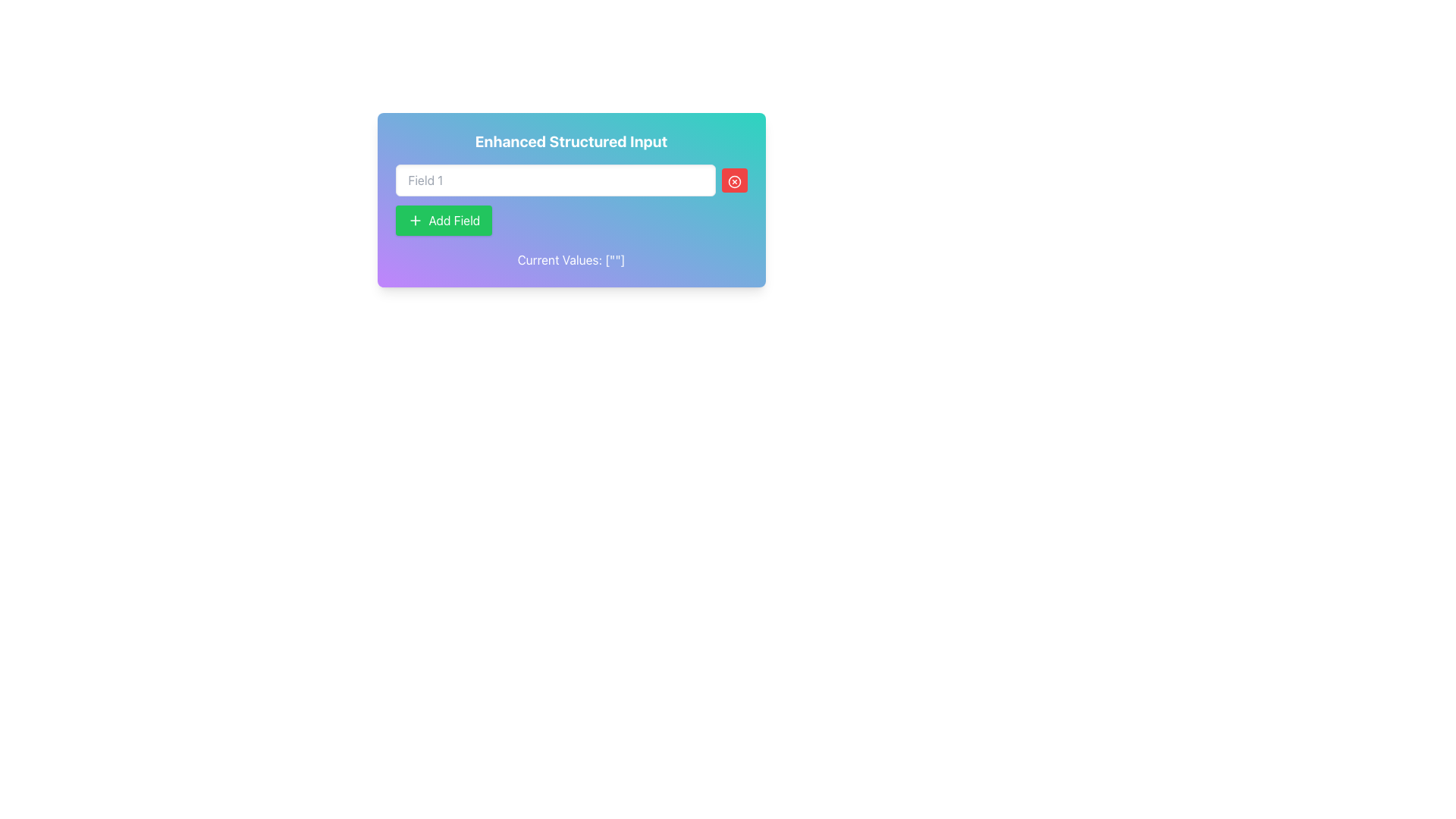  What do you see at coordinates (734, 180) in the screenshot?
I see `the decorative circular icon within the red box, which is part of the close or cancel button for clearing the text input field` at bounding box center [734, 180].